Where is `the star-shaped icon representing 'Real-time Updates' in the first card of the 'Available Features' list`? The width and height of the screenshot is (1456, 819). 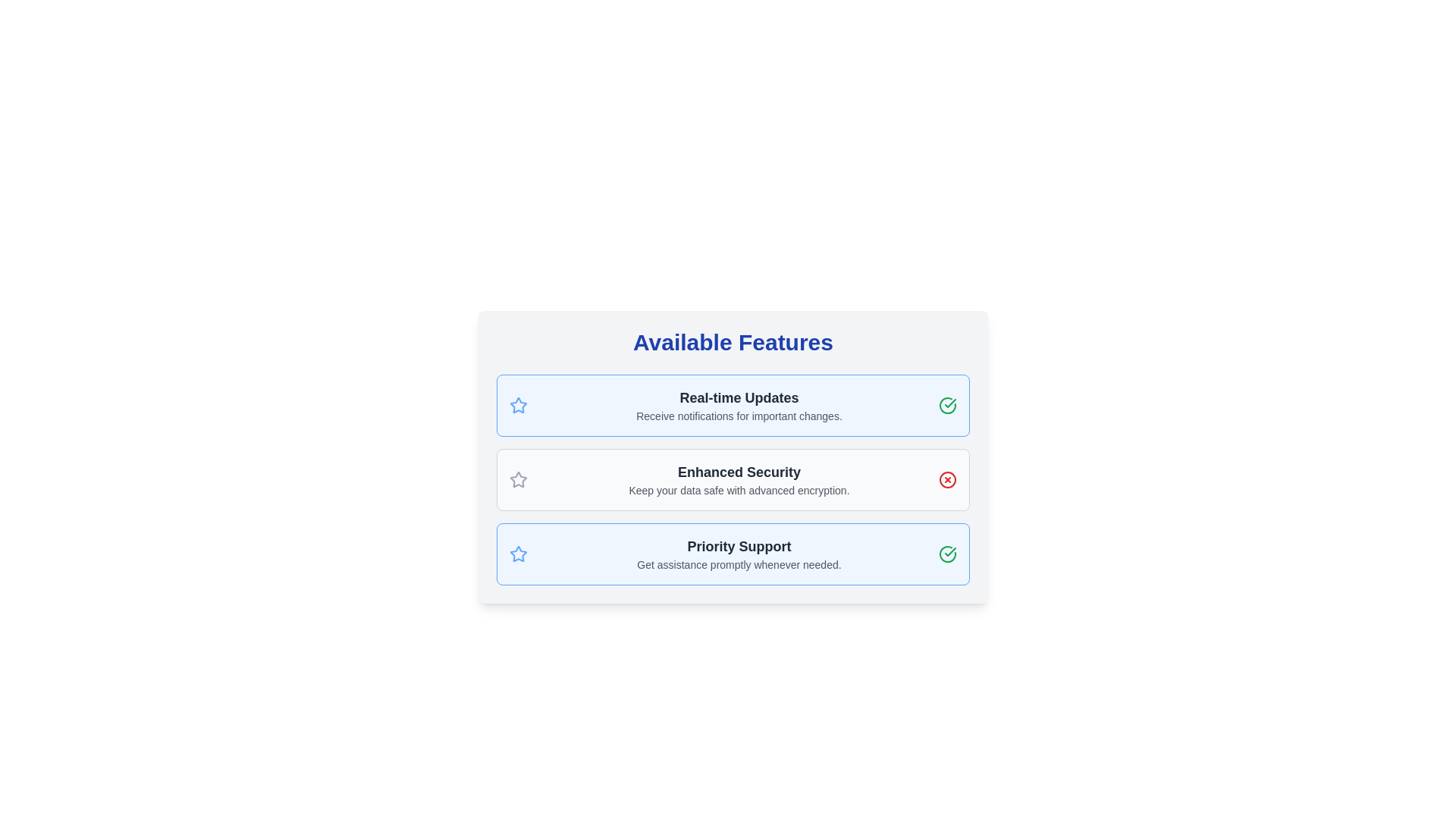
the star-shaped icon representing 'Real-time Updates' in the first card of the 'Available Features' list is located at coordinates (519, 405).